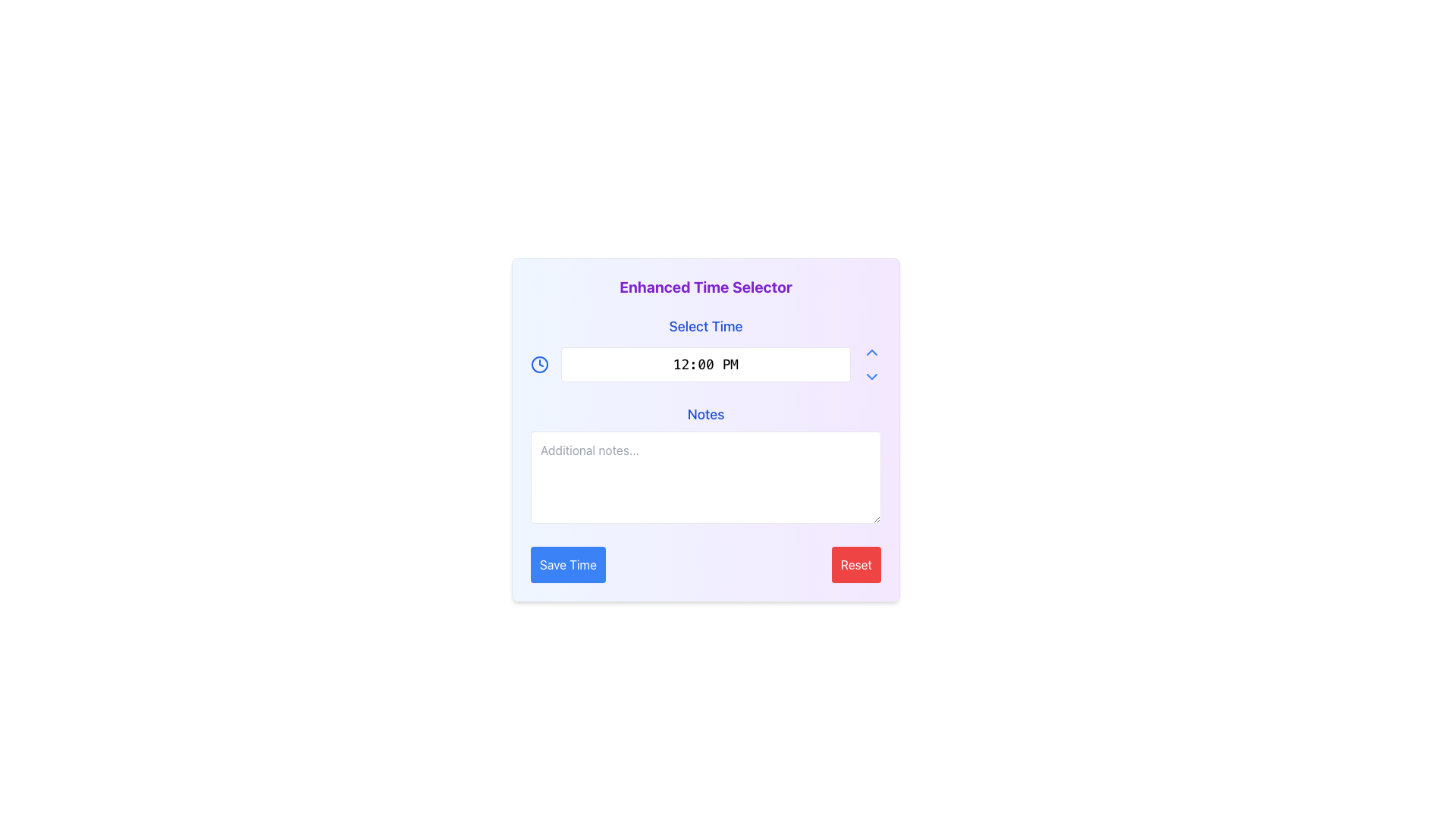  I want to click on the Dropdown toggle indicator icon located in the upper-right corner of the 'Select Time' dropdown, so click(872, 376).